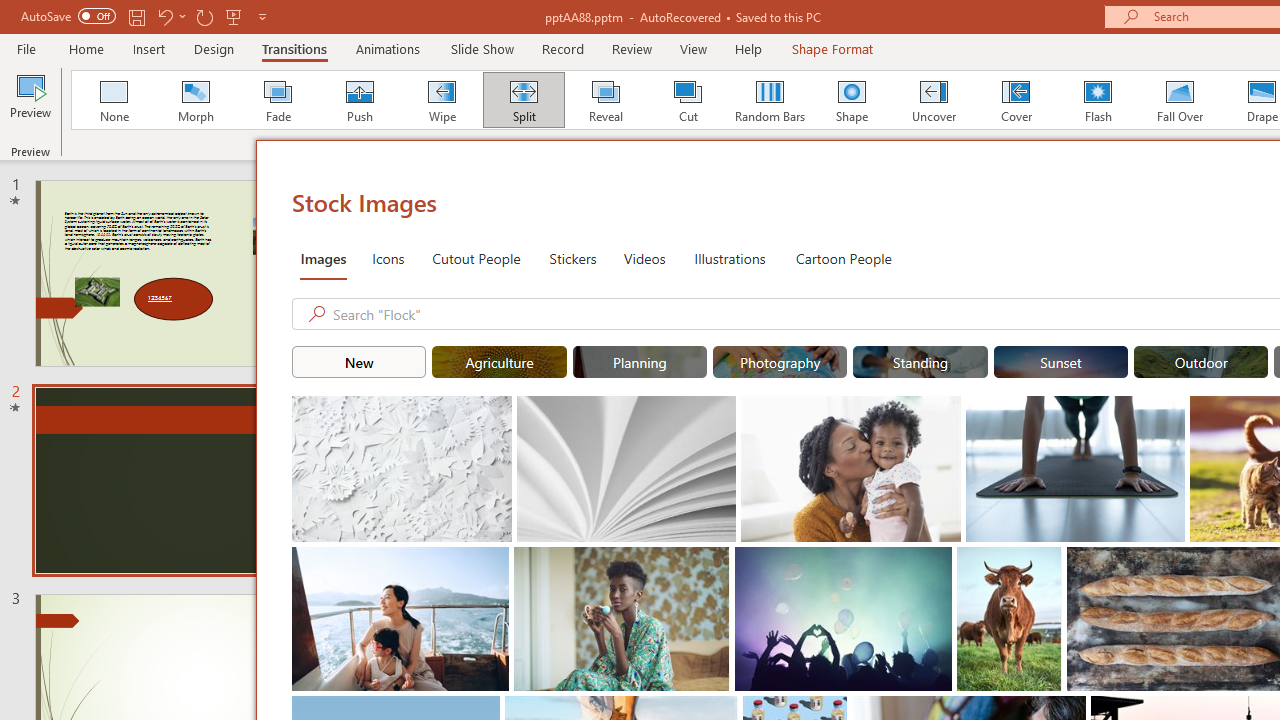 This screenshot has width=1280, height=720. Describe the element at coordinates (630, 48) in the screenshot. I see `'Review'` at that location.